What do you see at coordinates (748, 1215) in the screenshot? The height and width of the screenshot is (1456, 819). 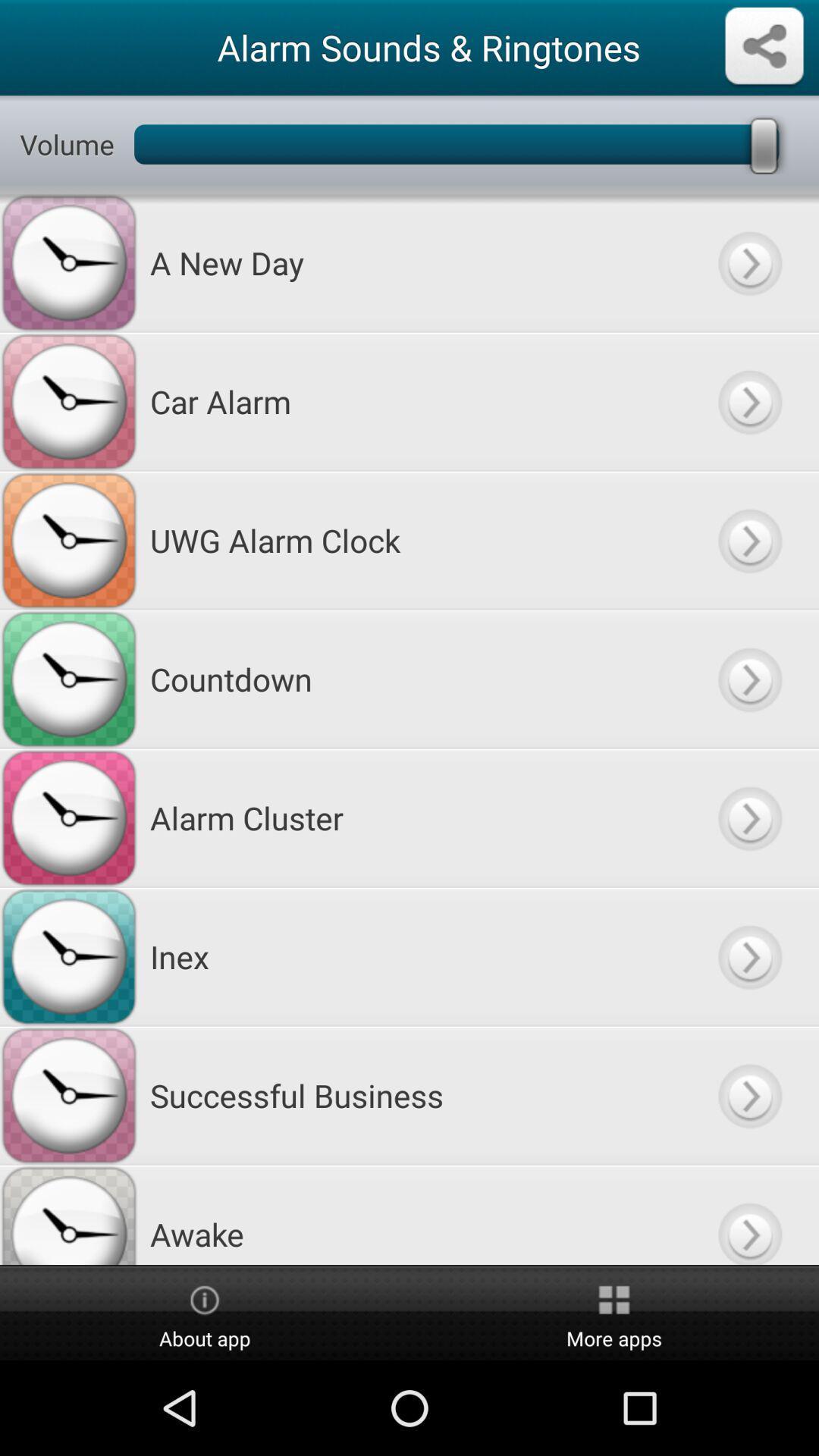 I see `going next to the next page` at bounding box center [748, 1215].